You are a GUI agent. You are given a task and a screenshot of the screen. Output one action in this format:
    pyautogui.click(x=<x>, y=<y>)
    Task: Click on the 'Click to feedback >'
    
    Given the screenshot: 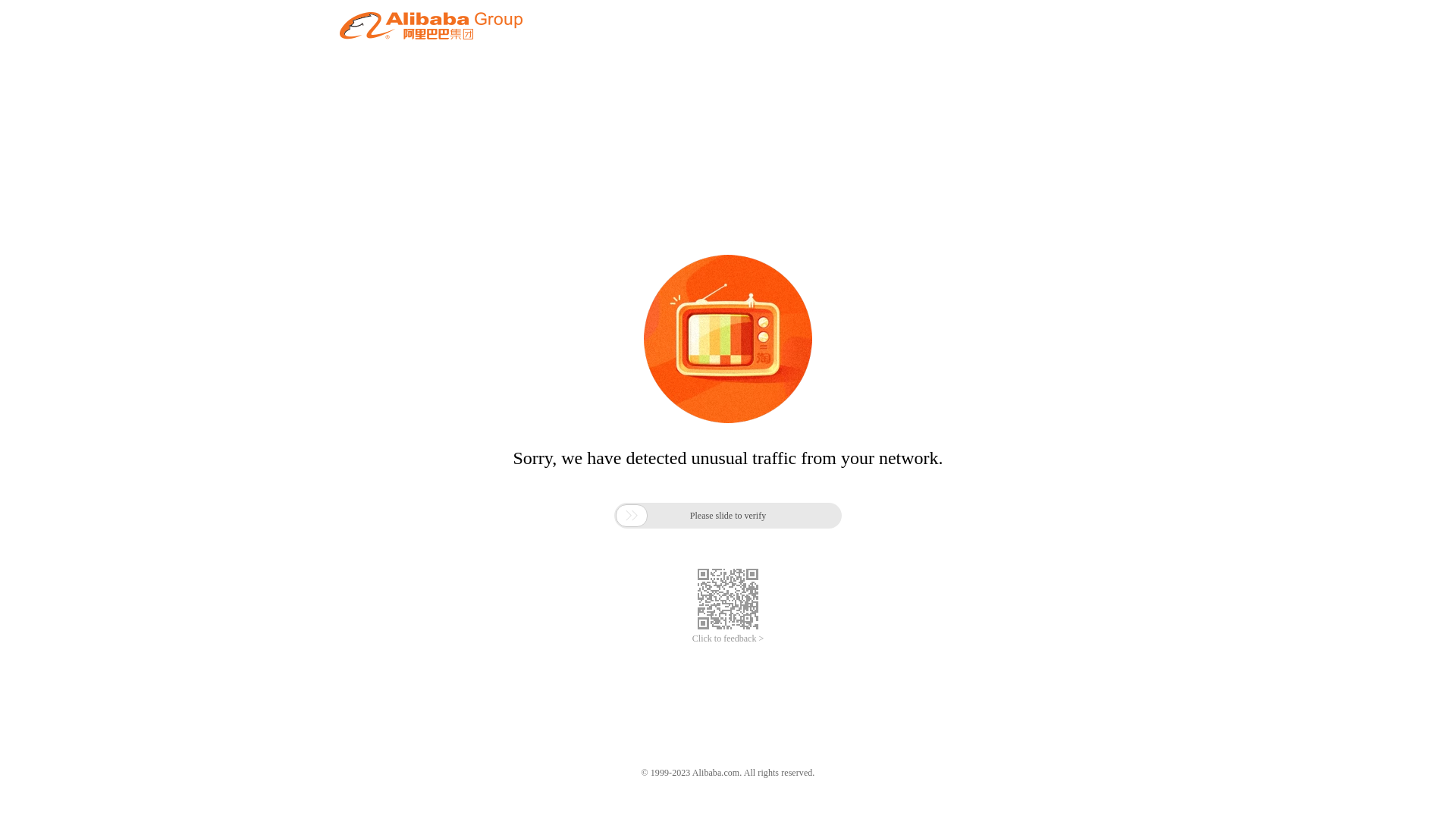 What is the action you would take?
    pyautogui.click(x=691, y=639)
    